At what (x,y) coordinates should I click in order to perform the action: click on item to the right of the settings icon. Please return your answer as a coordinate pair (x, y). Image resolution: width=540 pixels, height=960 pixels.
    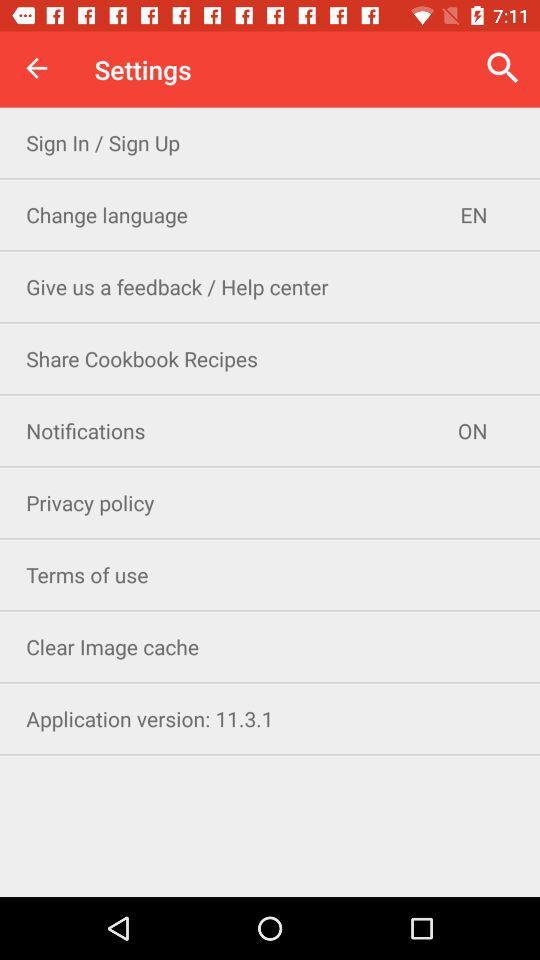
    Looking at the image, I should click on (502, 68).